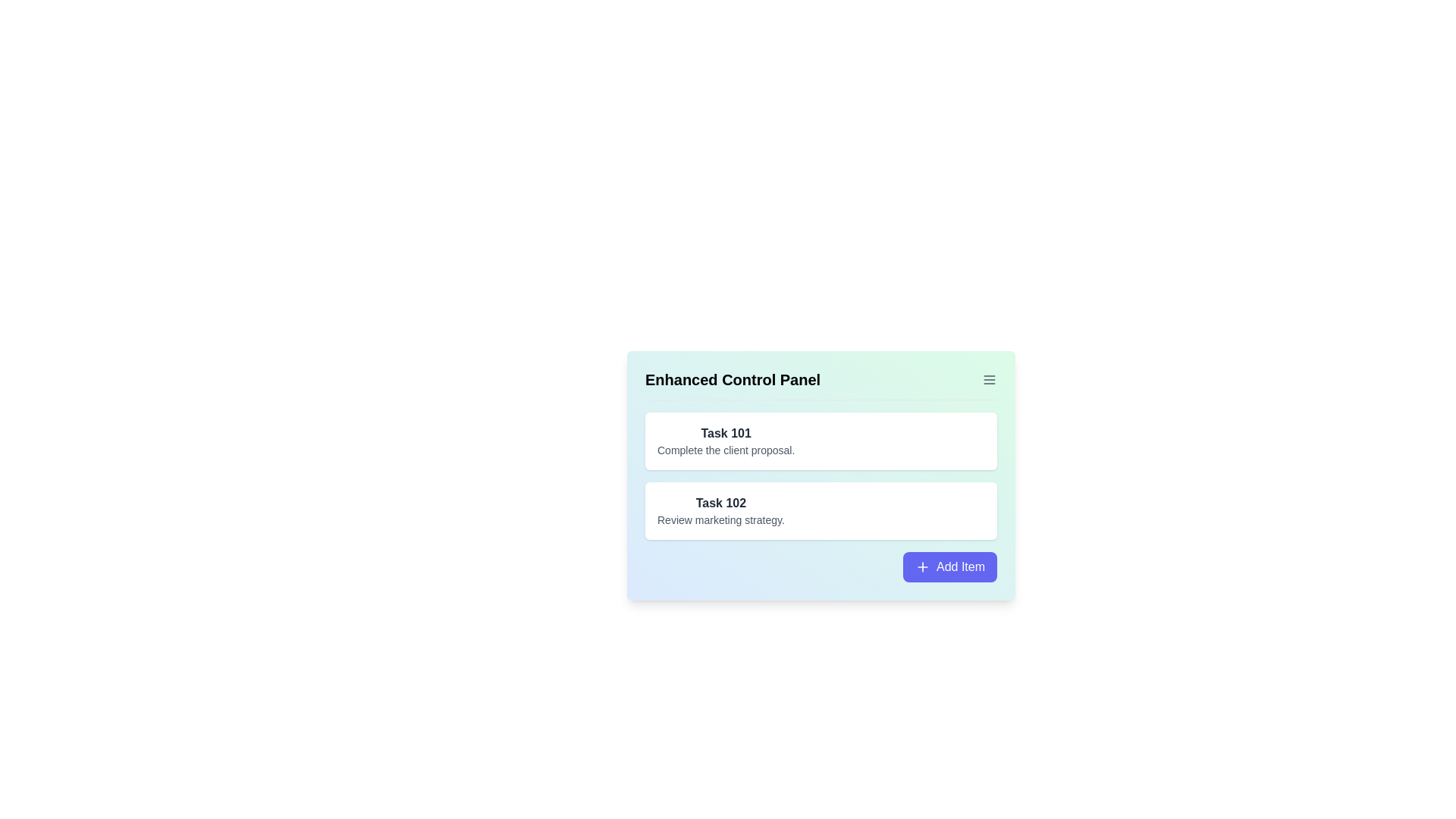  I want to click on text label that displays 'Task 102', which is bold and dark gray, located in the task list as the second task, so click(720, 503).